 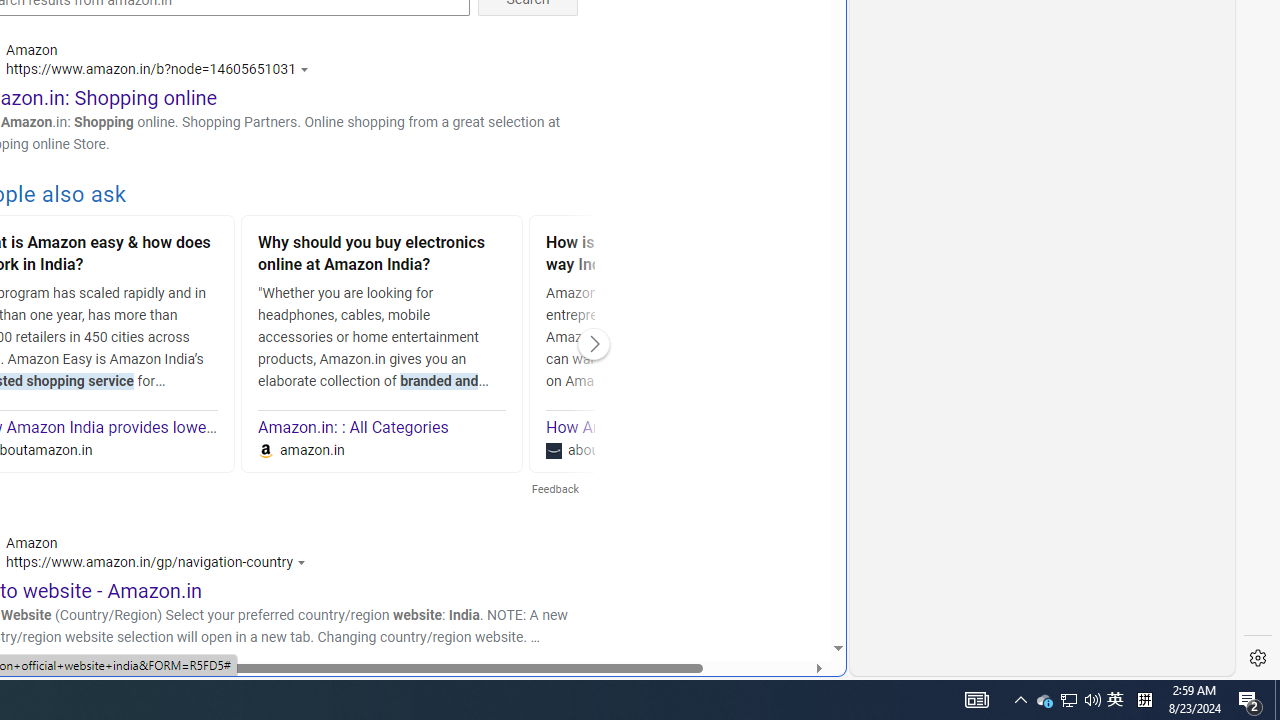 What do you see at coordinates (554, 489) in the screenshot?
I see `'Feedback'` at bounding box center [554, 489].